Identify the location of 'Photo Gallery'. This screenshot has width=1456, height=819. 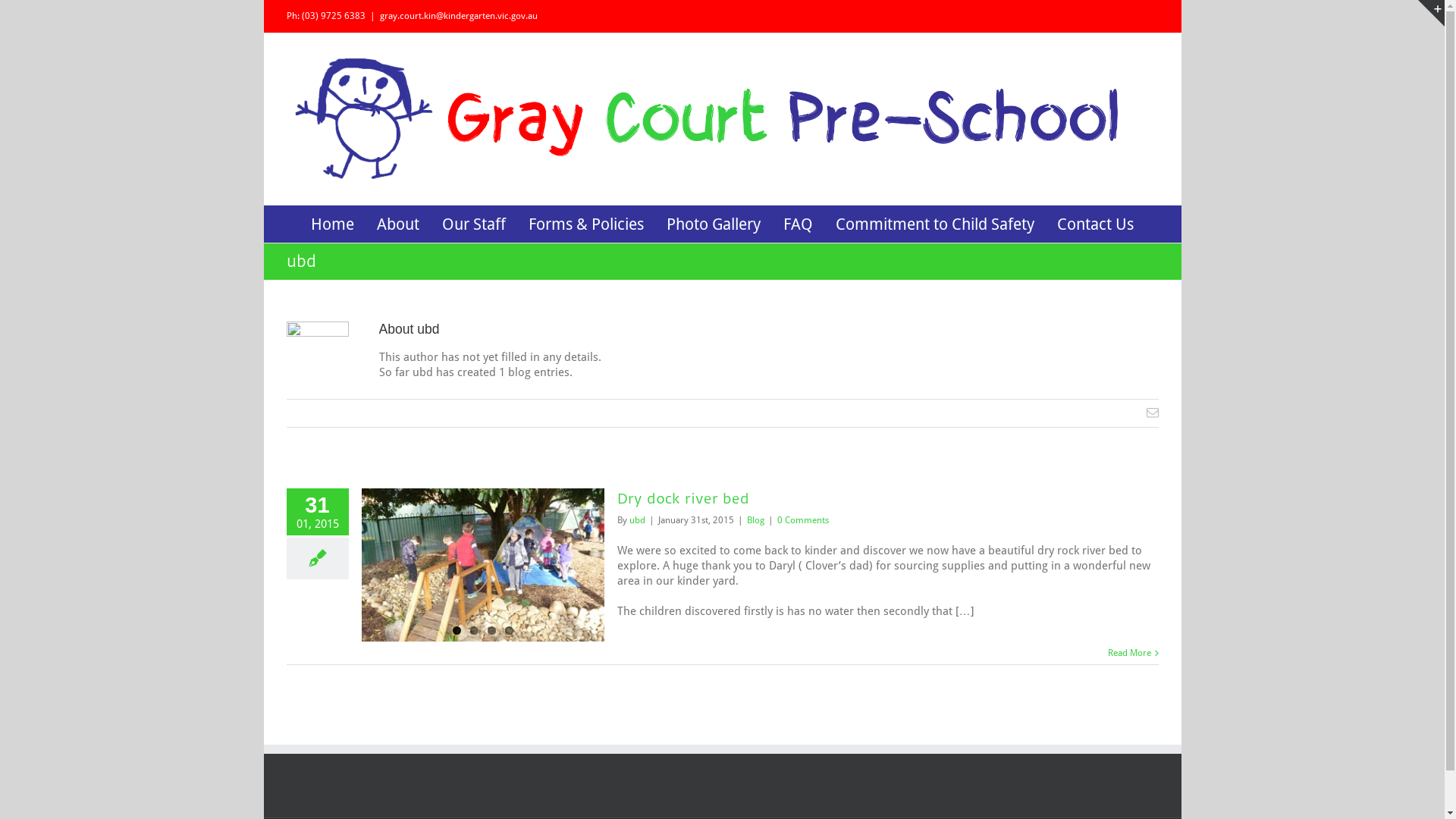
(712, 223).